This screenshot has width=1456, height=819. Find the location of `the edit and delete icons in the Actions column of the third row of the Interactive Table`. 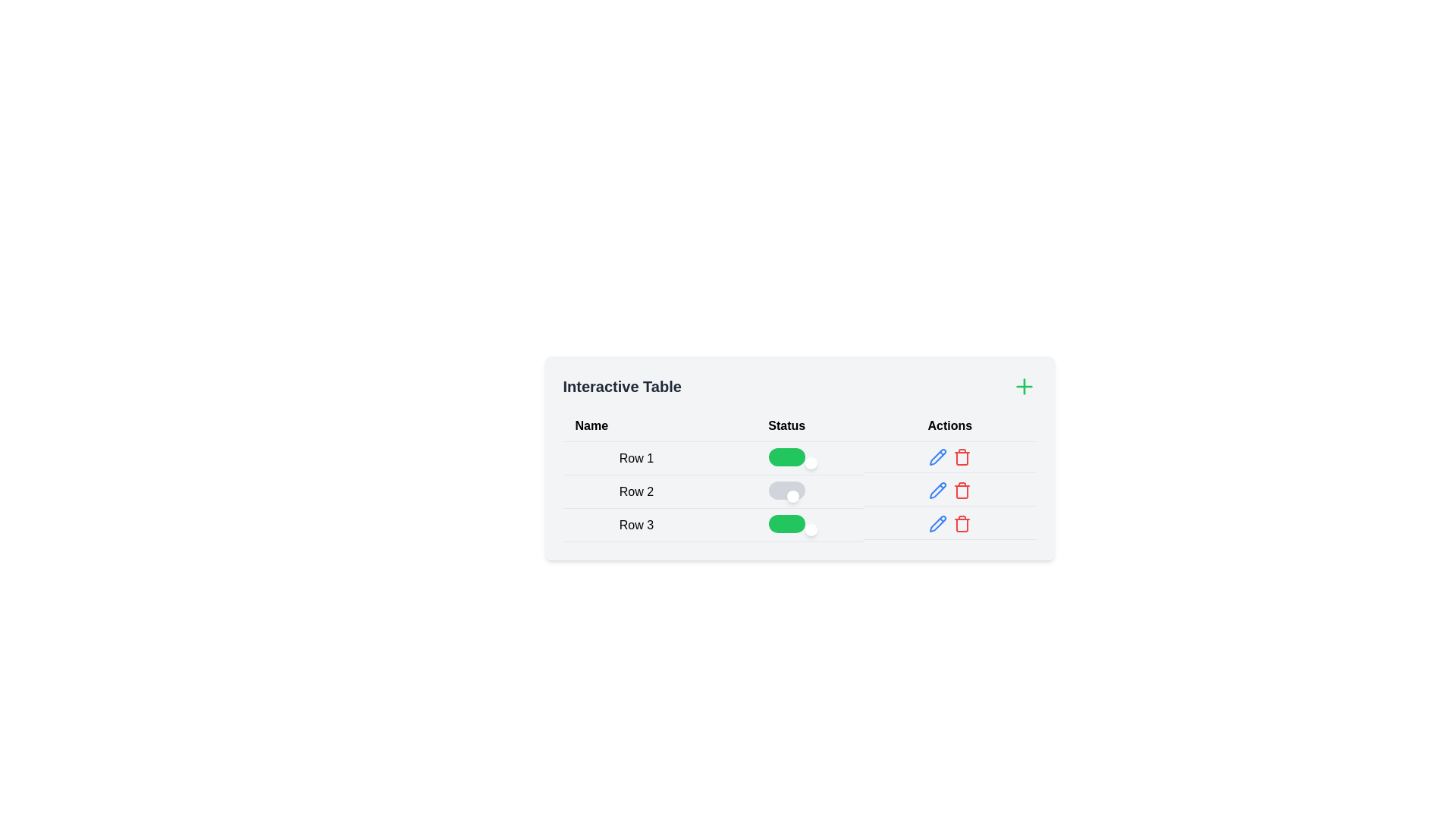

the edit and delete icons in the Actions column of the third row of the Interactive Table is located at coordinates (949, 522).